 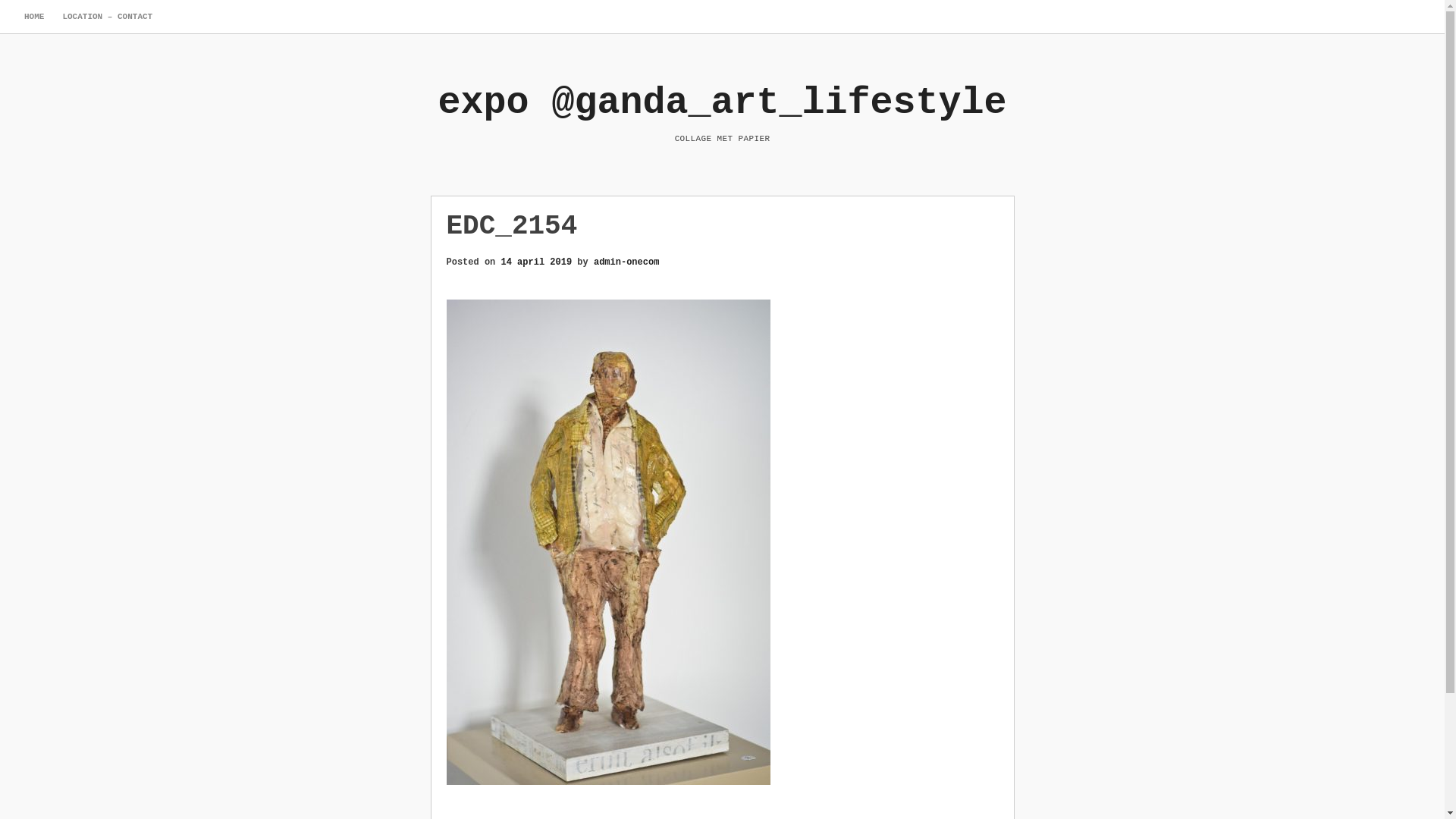 What do you see at coordinates (537, 260) in the screenshot?
I see `'14 april 2019'` at bounding box center [537, 260].